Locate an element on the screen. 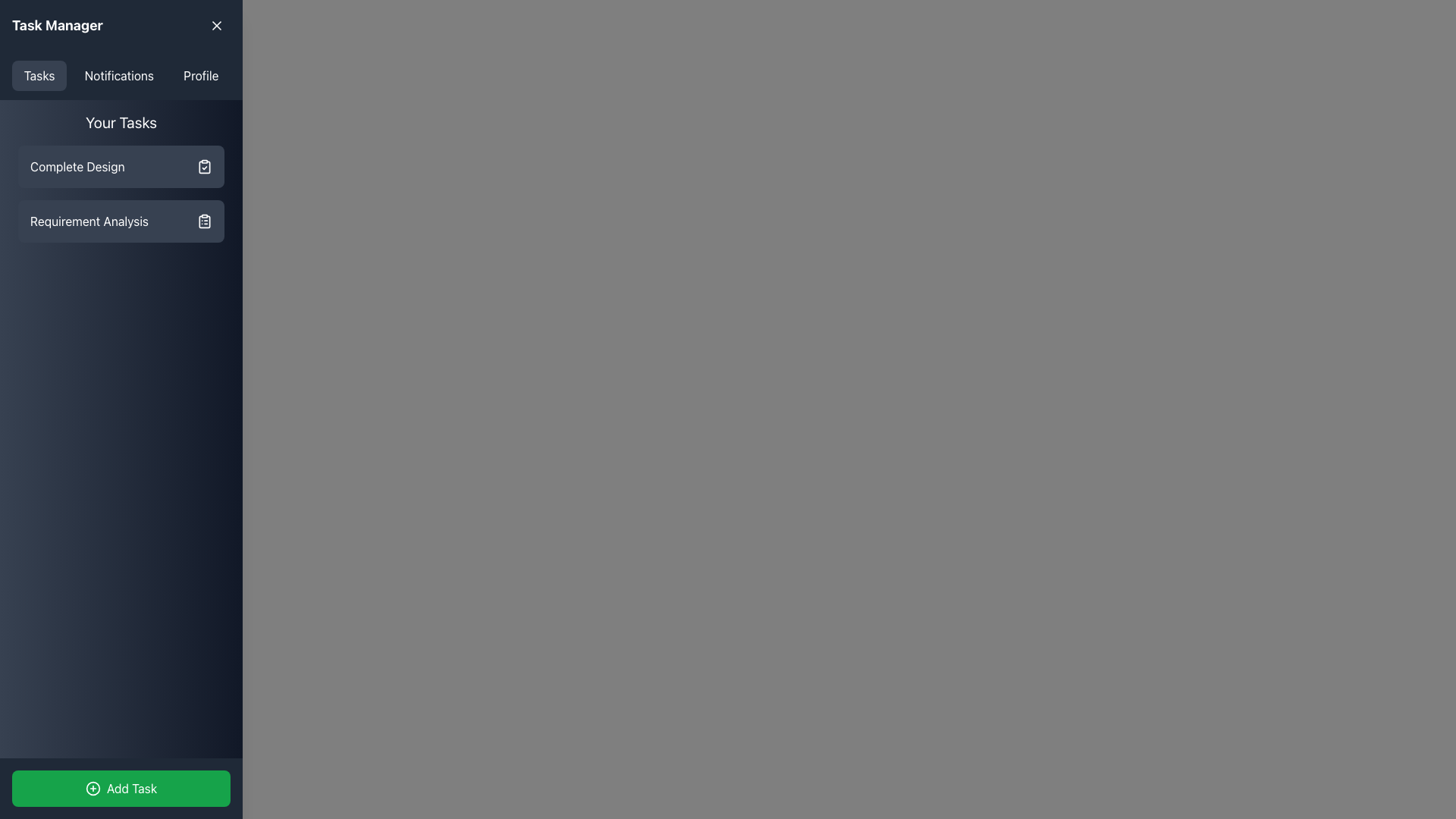 The height and width of the screenshot is (819, 1456). the green button at the bottom of the interface that contains the text label for adding a task is located at coordinates (131, 788).